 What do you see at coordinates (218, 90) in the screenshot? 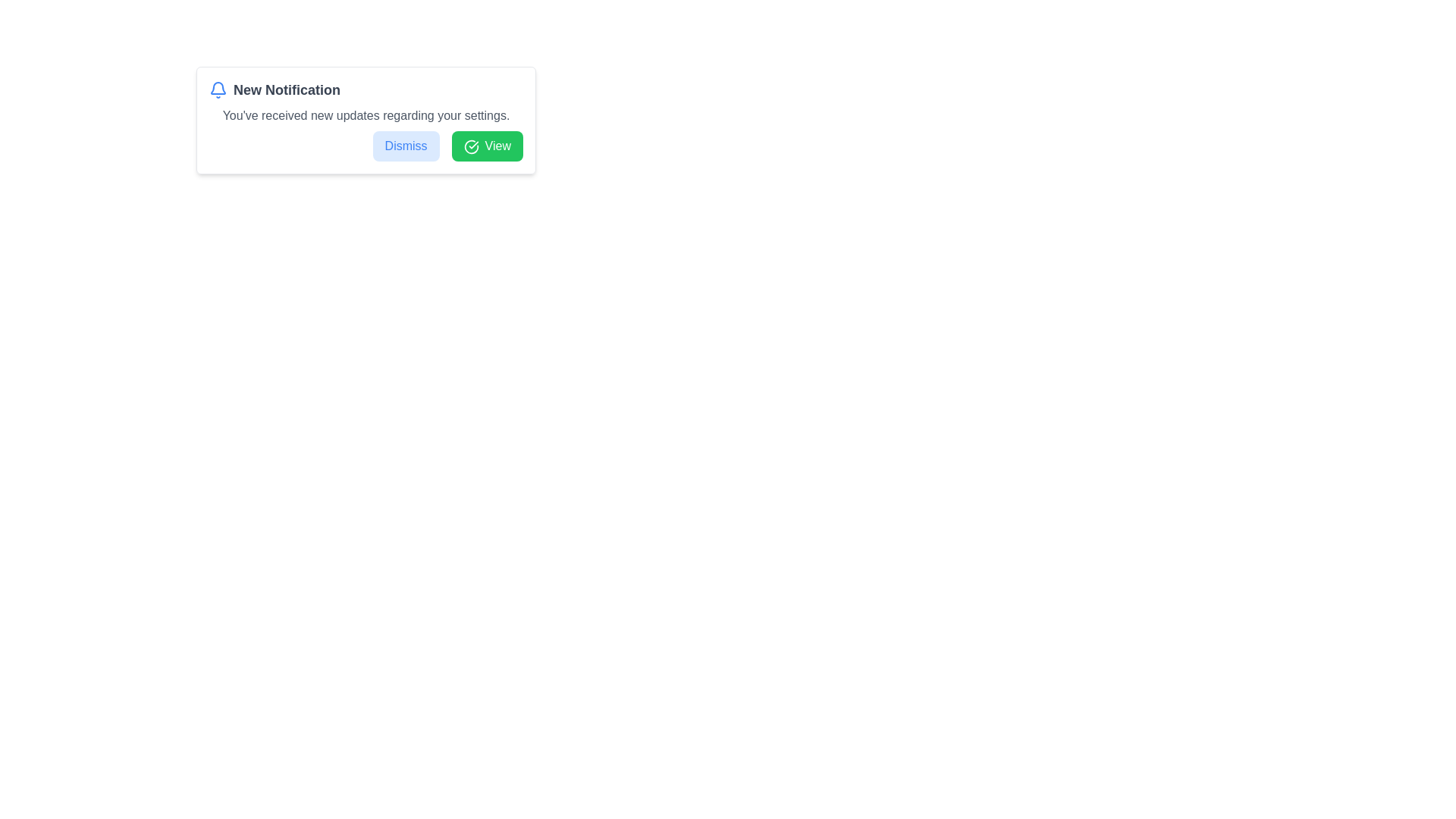
I see `the notification icon located at the top-left of the notification card, adjacent to the 'New Notification' text` at bounding box center [218, 90].